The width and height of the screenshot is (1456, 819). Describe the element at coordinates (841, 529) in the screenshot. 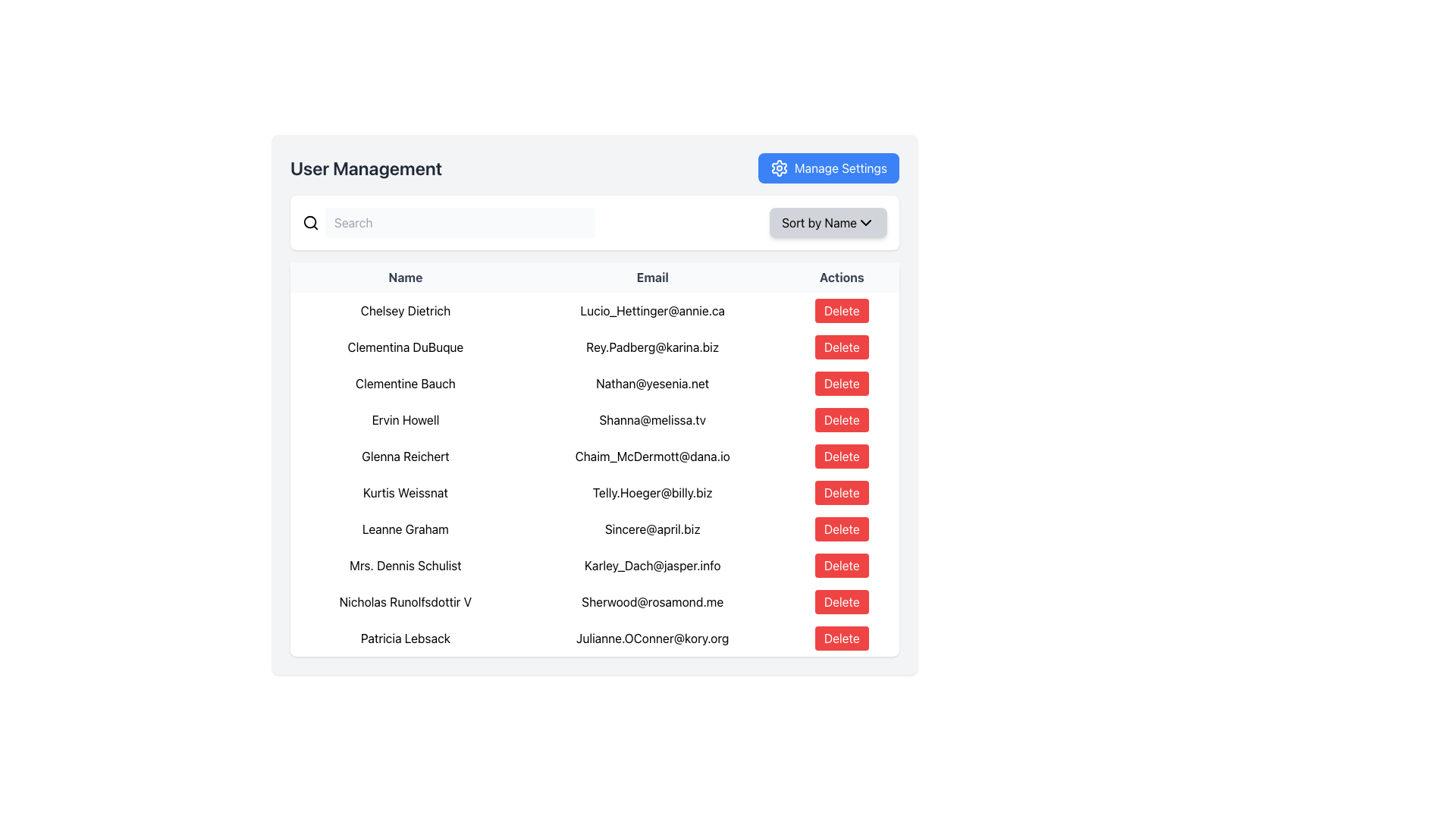

I see `the delete button in the 'Actions' column of the table, which is associated with the email address 'Sincere@april.biz'. This button is the eighth in the sequence of similar buttons` at that location.